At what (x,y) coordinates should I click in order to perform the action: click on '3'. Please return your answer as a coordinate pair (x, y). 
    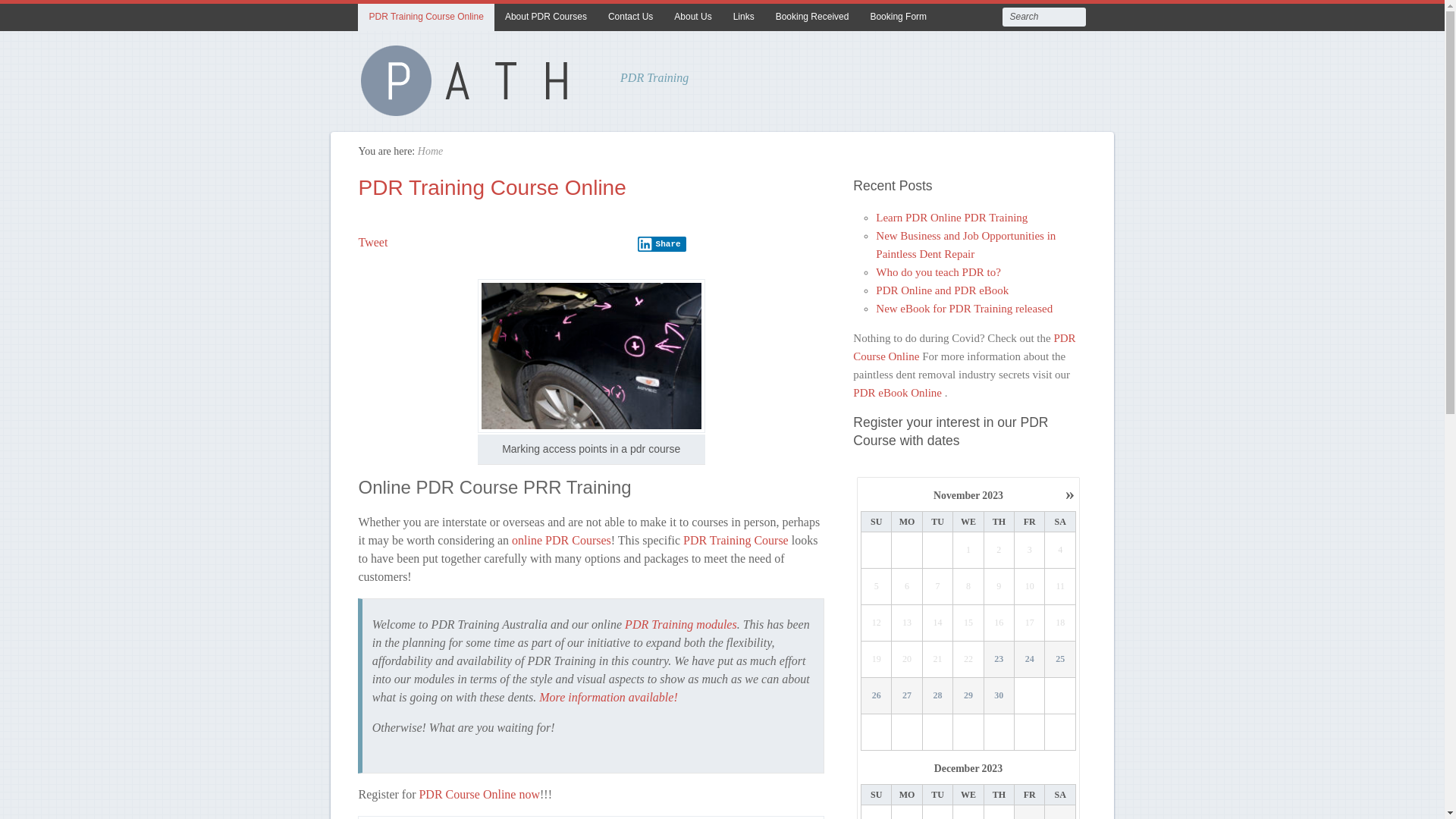
    Looking at the image, I should click on (1030, 550).